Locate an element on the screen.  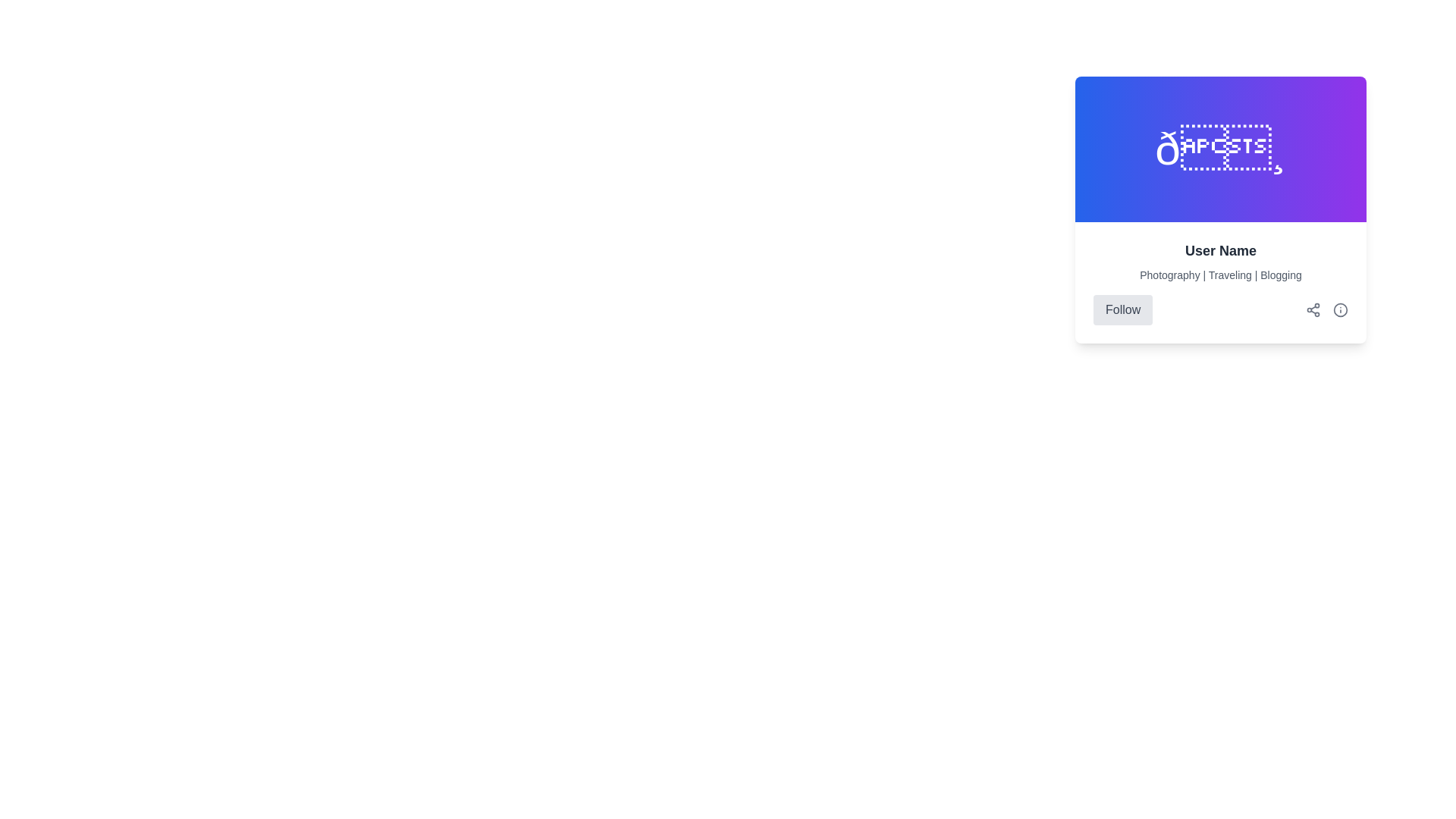
the 'share' icon located in the horizontal icon group at the bottom right of the user card, next to the 'Follow' button is located at coordinates (1326, 309).